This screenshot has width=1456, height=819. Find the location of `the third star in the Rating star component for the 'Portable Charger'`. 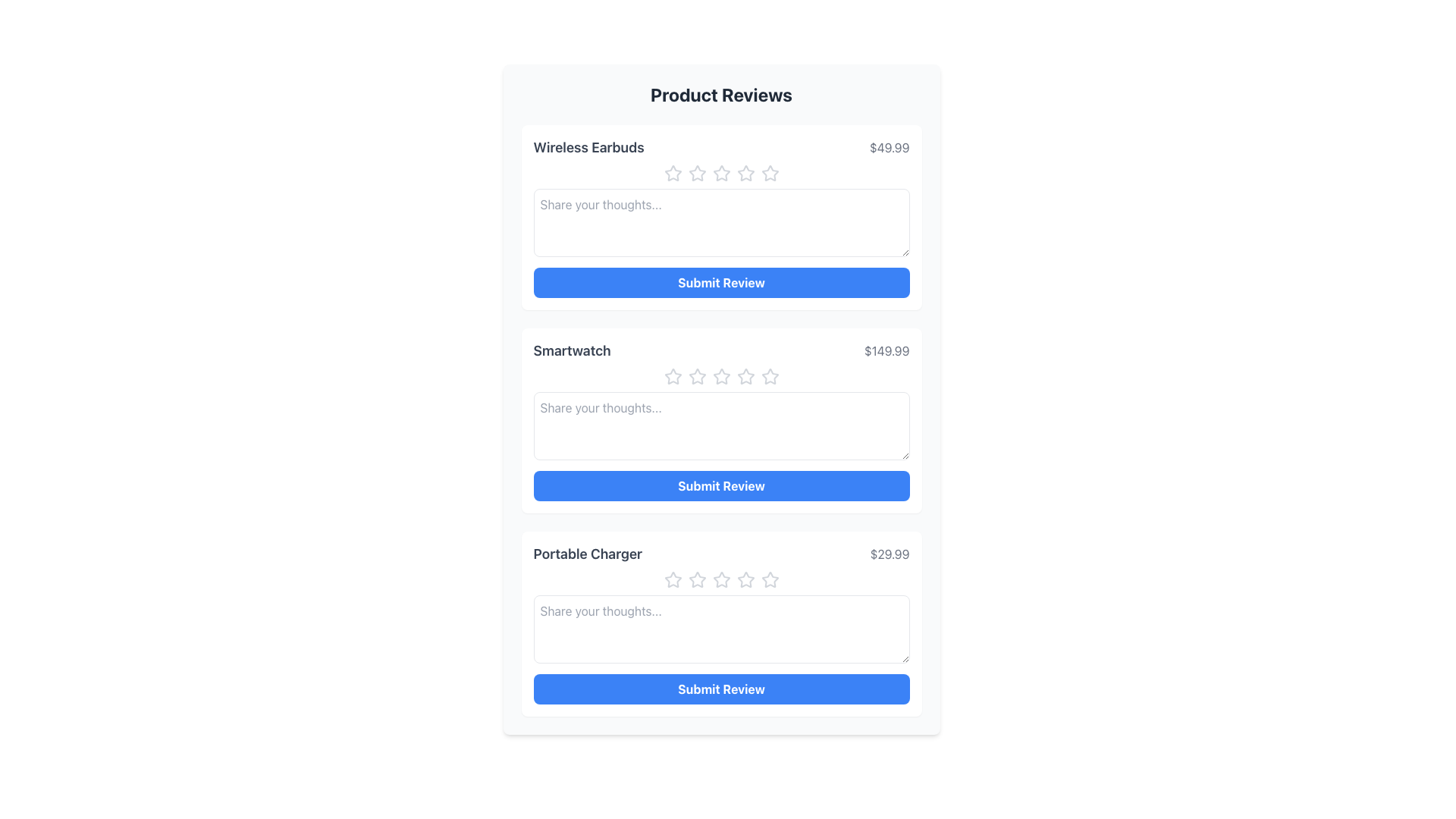

the third star in the Rating star component for the 'Portable Charger' is located at coordinates (720, 579).